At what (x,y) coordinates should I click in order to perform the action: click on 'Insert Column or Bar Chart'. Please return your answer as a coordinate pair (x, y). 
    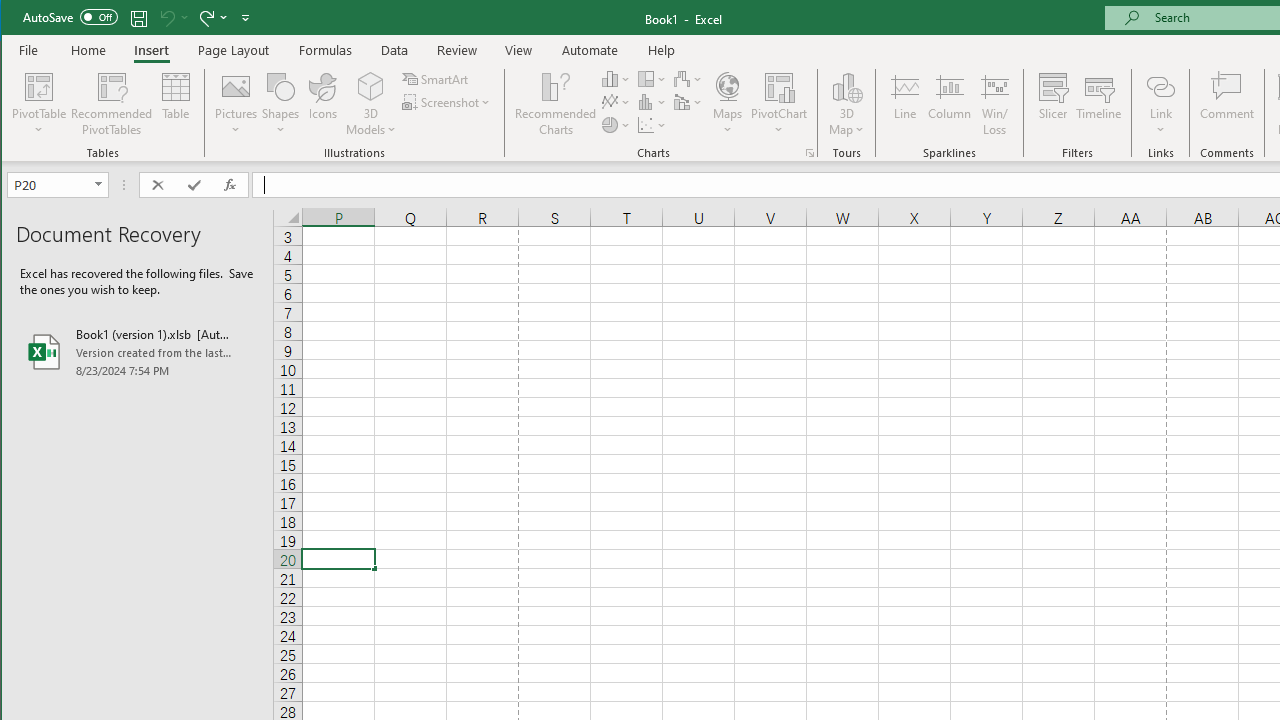
    Looking at the image, I should click on (615, 78).